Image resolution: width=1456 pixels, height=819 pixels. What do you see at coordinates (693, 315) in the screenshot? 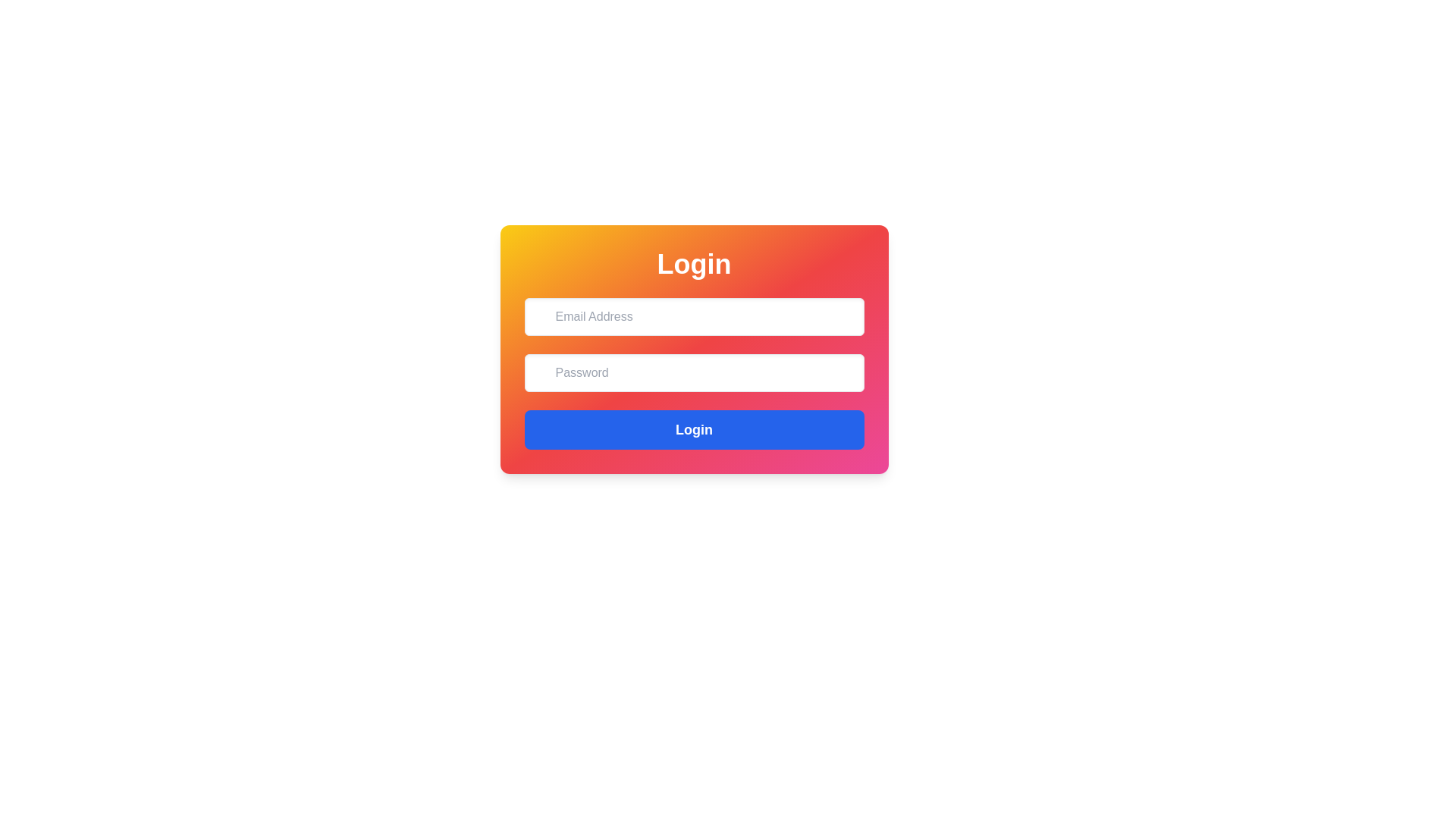
I see `the text input field for 'Email Address', which is styled with rounded corners and an envelope icon on the left, located beneath the 'Login' header` at bounding box center [693, 315].